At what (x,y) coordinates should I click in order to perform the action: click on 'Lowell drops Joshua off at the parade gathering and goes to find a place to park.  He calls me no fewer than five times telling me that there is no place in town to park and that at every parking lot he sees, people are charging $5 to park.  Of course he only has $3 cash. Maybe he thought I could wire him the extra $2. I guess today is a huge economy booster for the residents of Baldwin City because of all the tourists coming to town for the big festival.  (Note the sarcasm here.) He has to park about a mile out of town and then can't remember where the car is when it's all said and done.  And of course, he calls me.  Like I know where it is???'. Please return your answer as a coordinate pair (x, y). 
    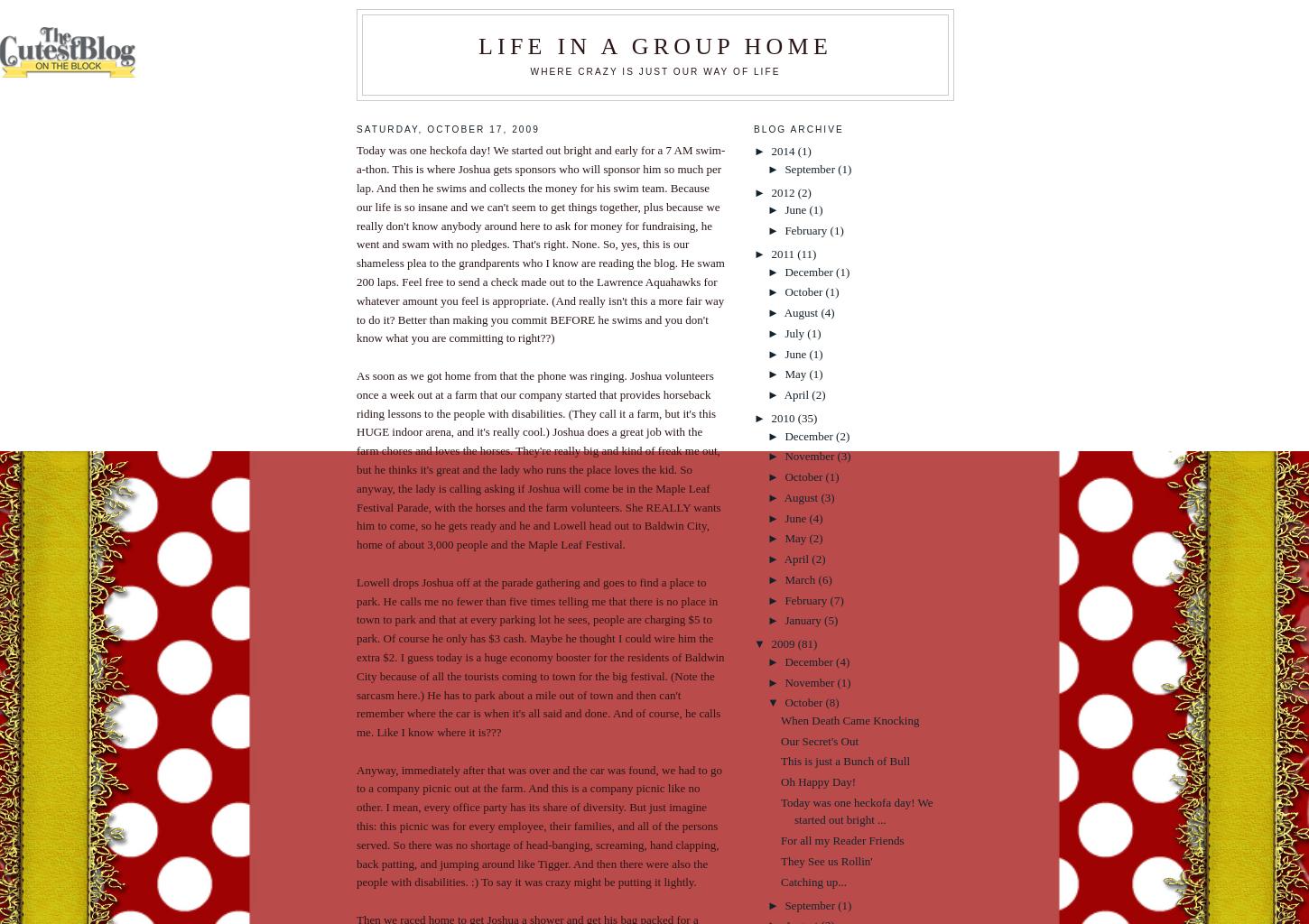
    Looking at the image, I should click on (540, 655).